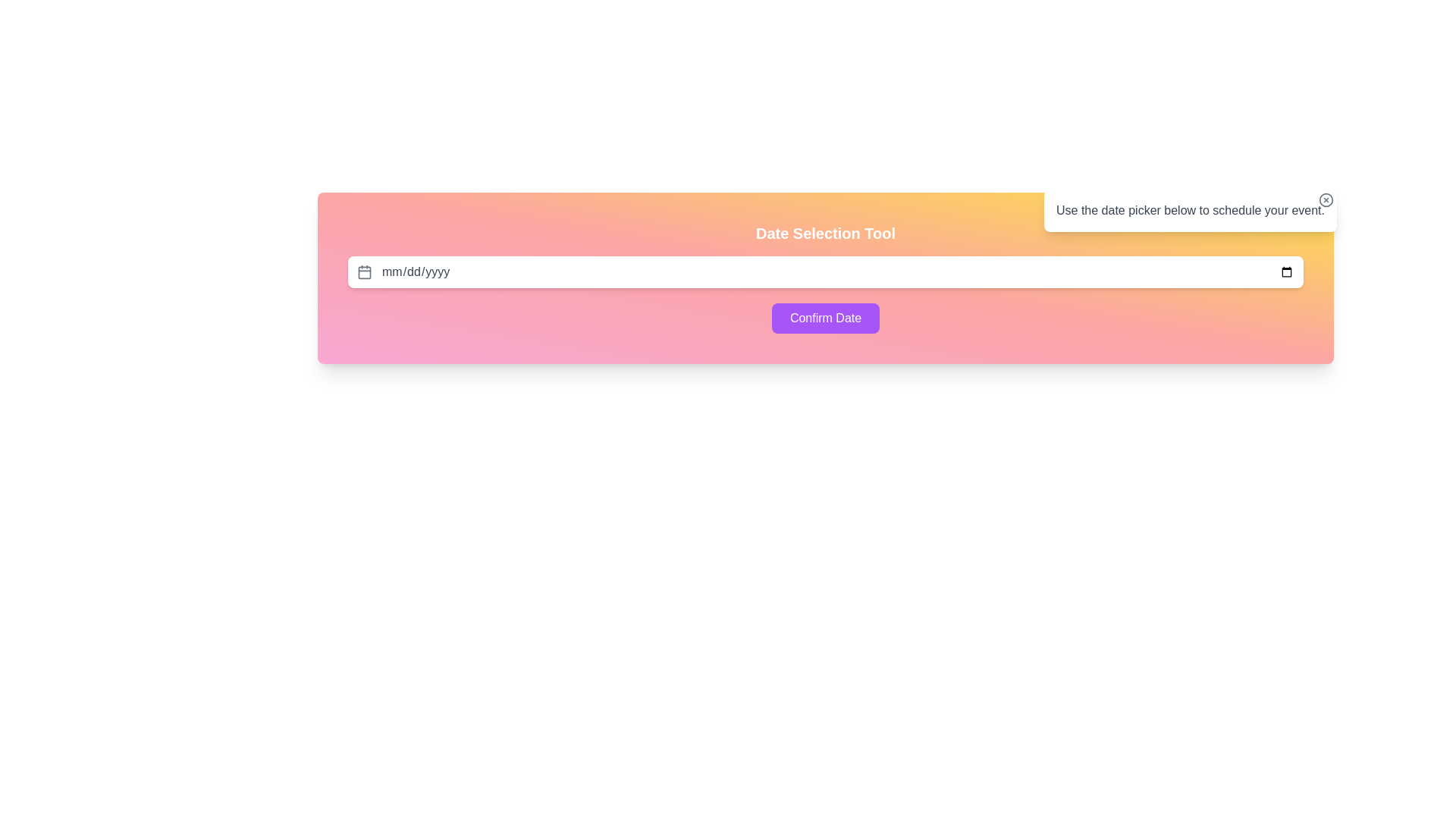 The width and height of the screenshot is (1456, 819). What do you see at coordinates (364, 271) in the screenshot?
I see `the calendar icon element located to the left of the date input field by clicking on its center` at bounding box center [364, 271].